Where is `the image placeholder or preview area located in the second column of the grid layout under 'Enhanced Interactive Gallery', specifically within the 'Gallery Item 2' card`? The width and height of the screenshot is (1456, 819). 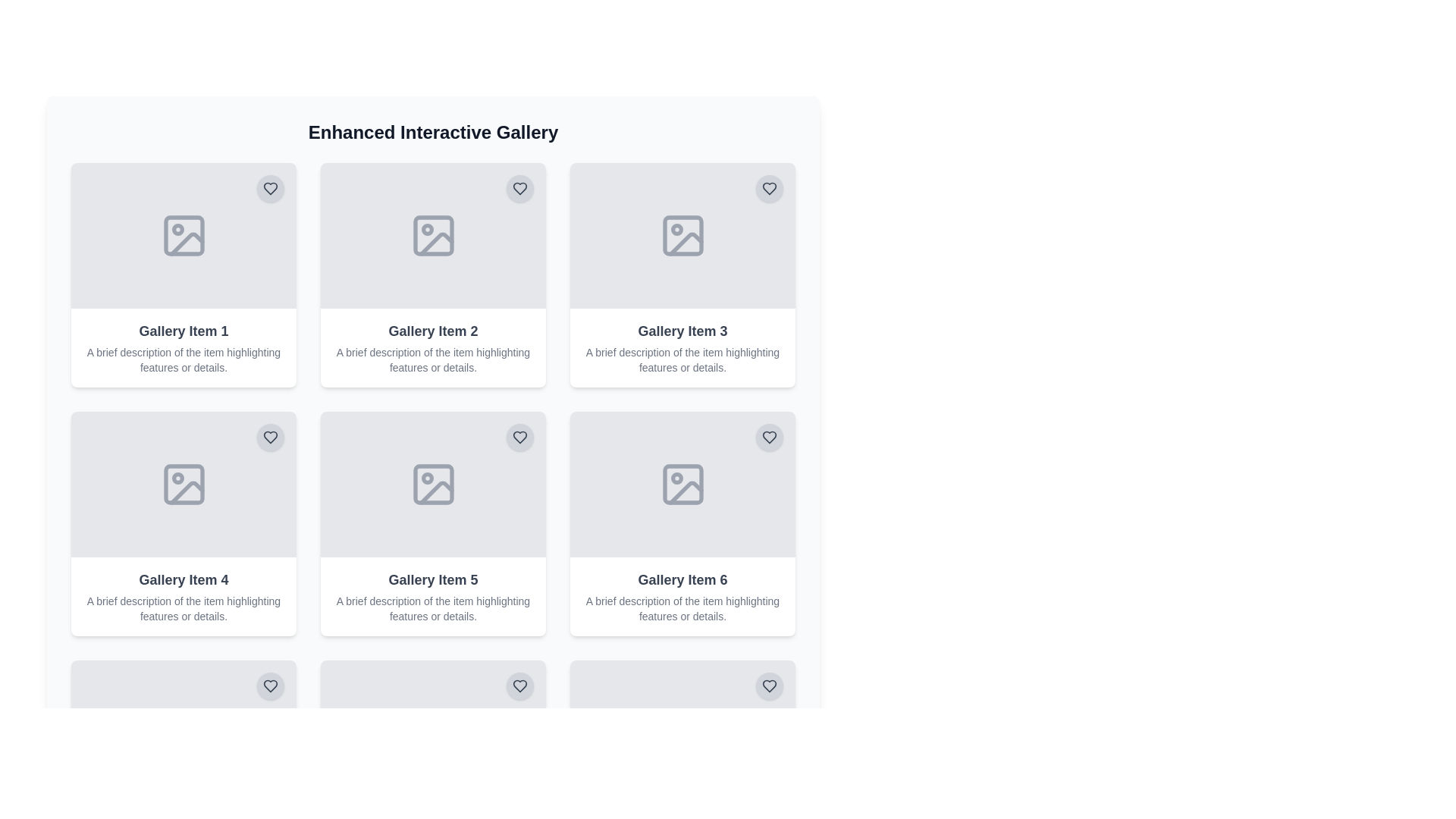
the image placeholder or preview area located in the second column of the grid layout under 'Enhanced Interactive Gallery', specifically within the 'Gallery Item 2' card is located at coordinates (432, 236).